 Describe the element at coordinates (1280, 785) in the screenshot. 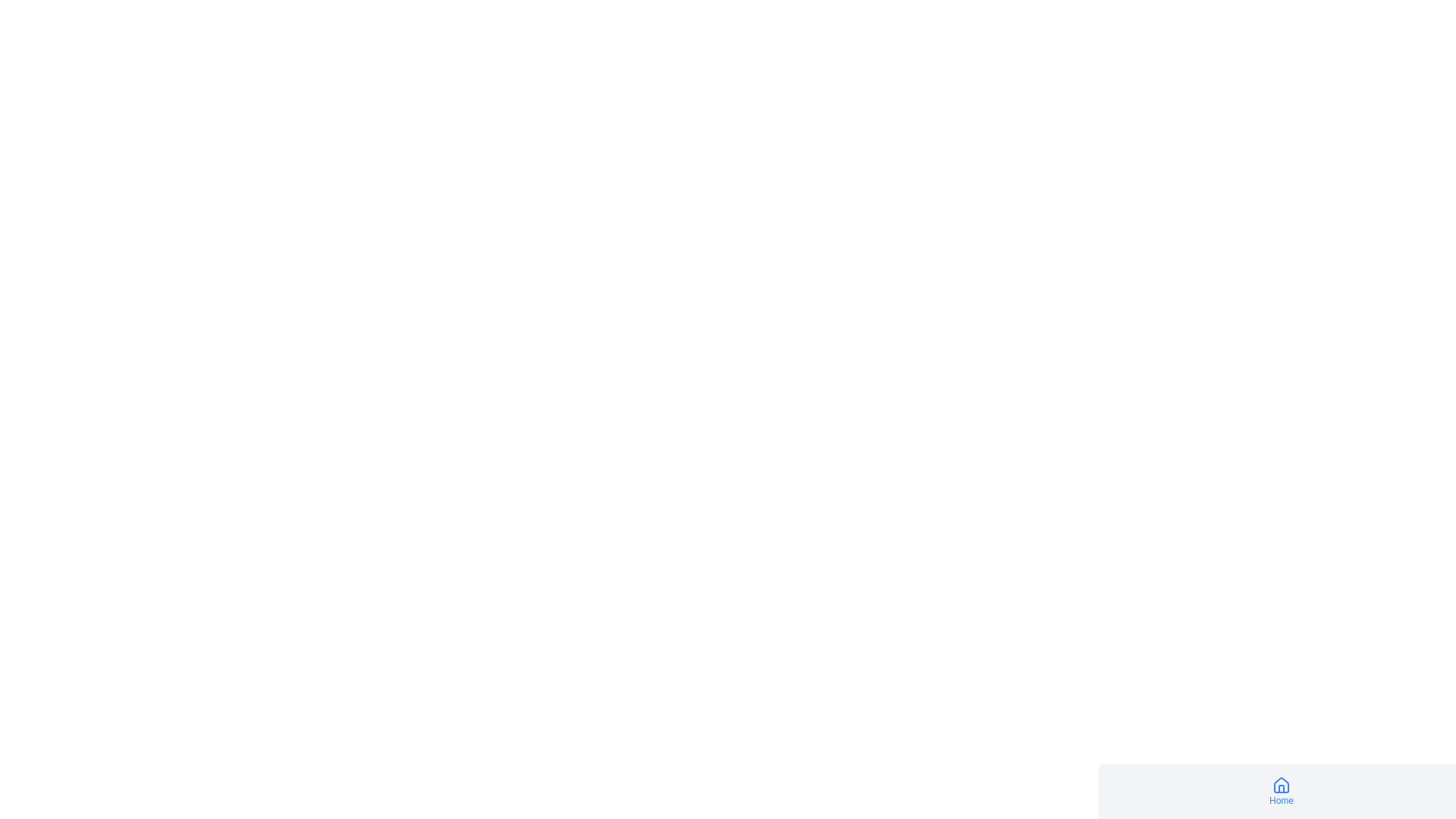

I see `the 'Home' icon located at the top-center of the interface, which serves as a navigation option to redirect users to the homepage` at that location.